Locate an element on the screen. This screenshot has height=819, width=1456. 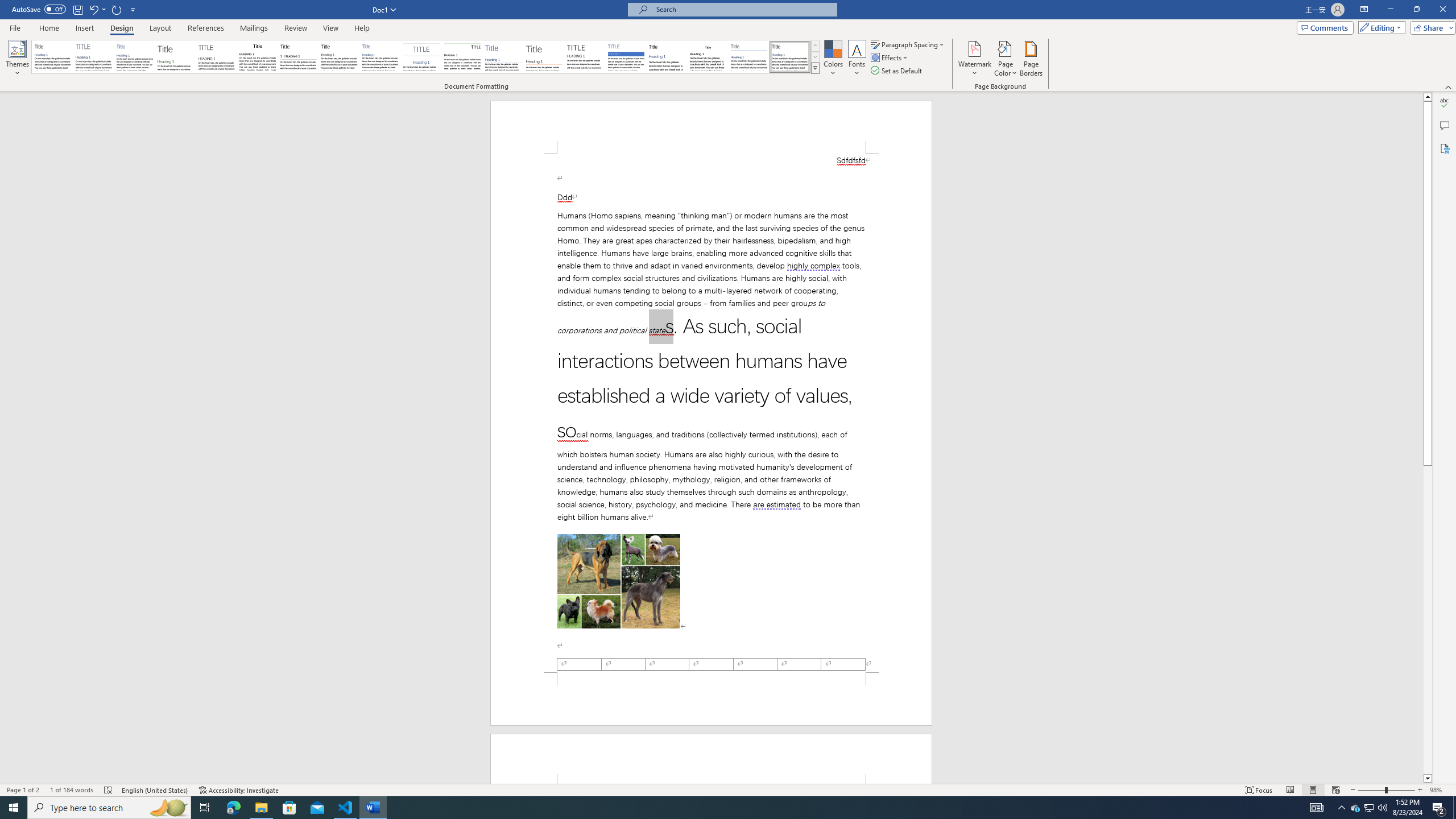
'Insert' is located at coordinates (84, 28).